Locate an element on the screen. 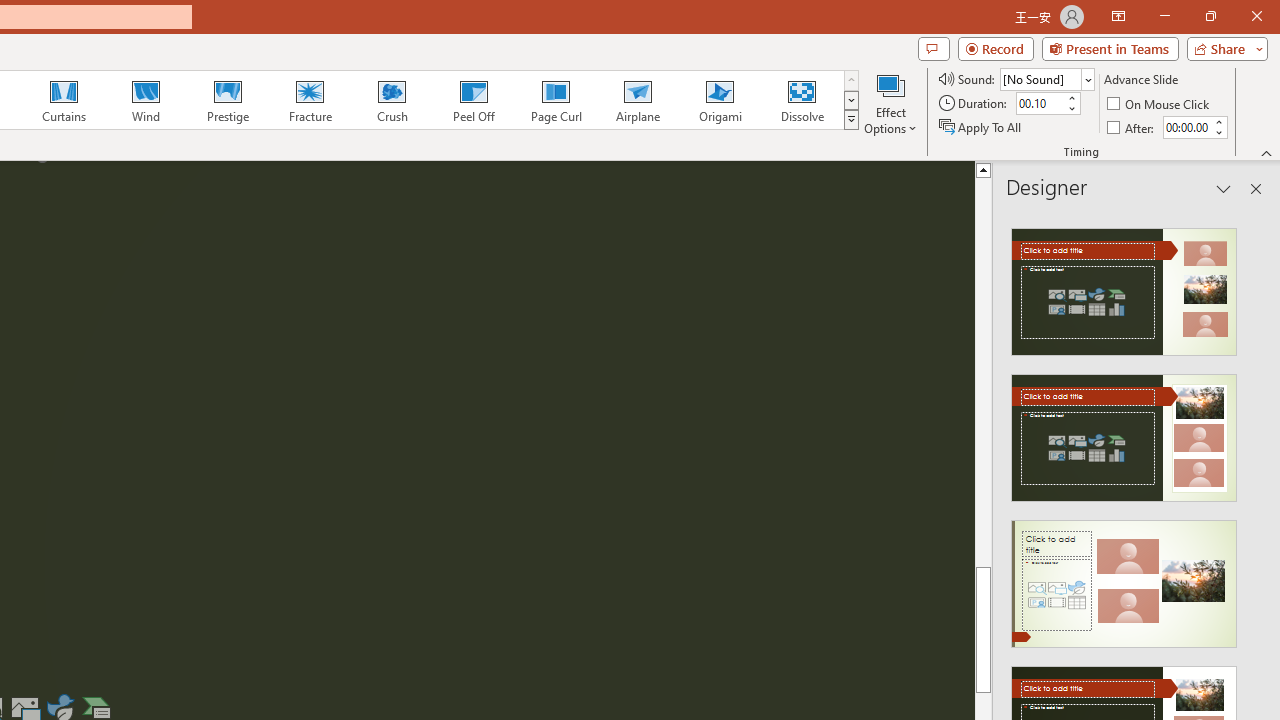 This screenshot has height=720, width=1280. 'Fracture' is located at coordinates (308, 100).